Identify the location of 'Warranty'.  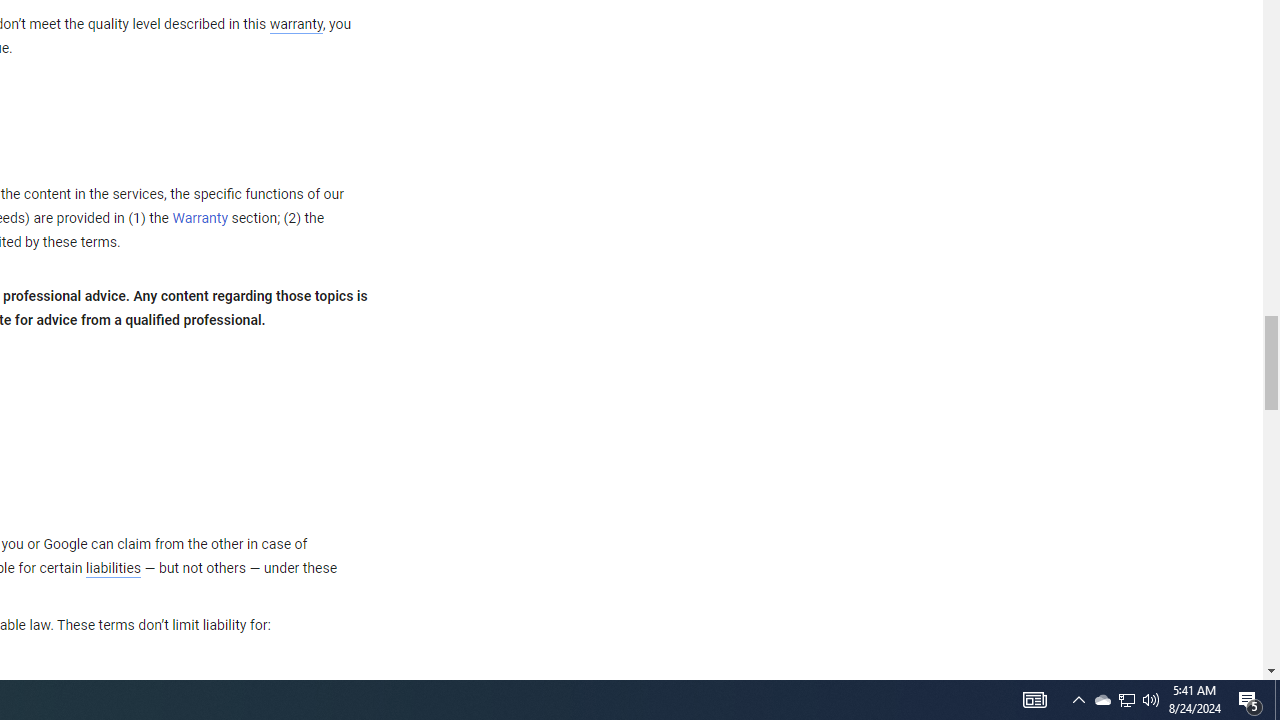
(200, 219).